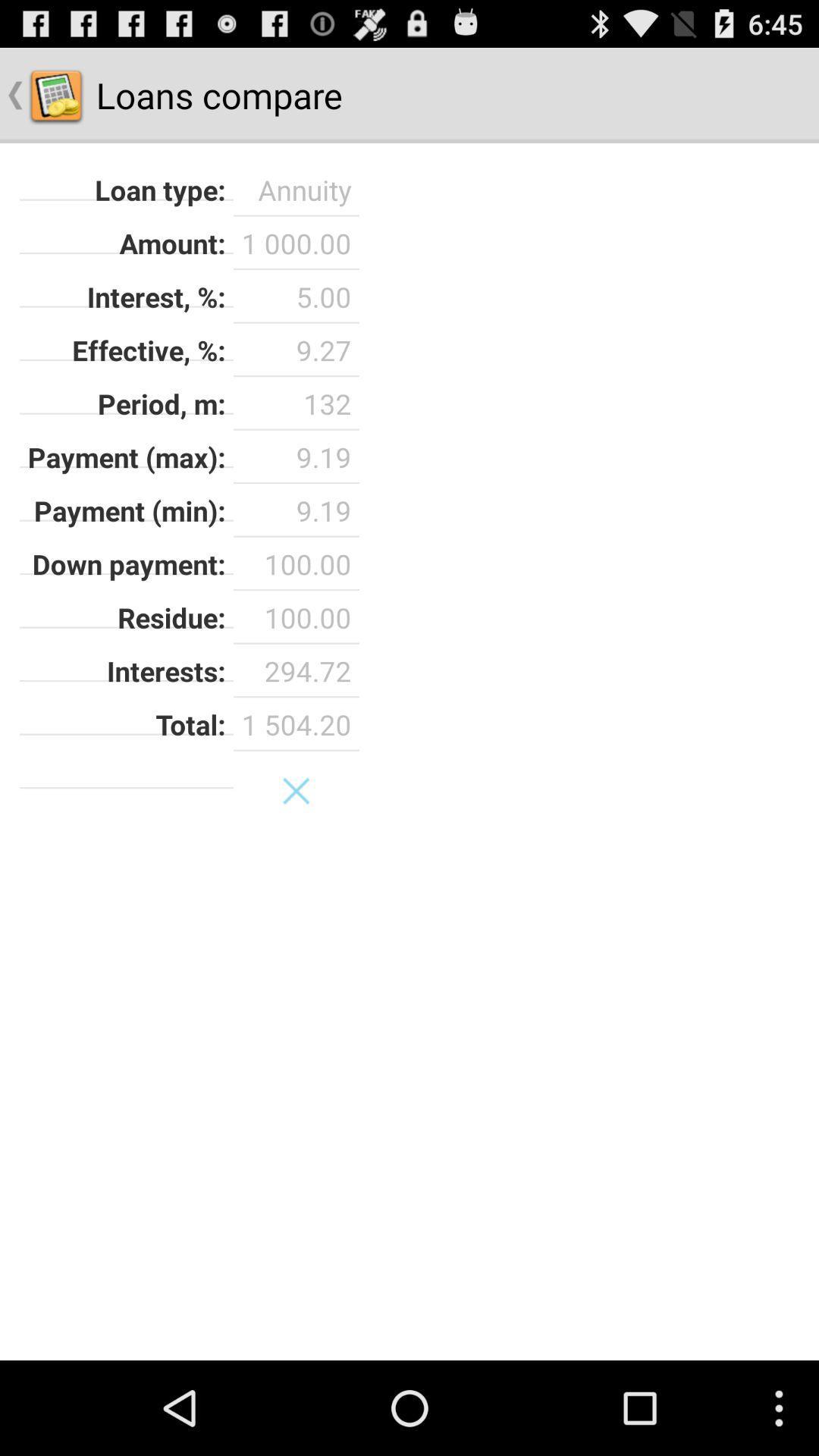 This screenshot has height=1456, width=819. I want to click on the close icon, so click(296, 846).